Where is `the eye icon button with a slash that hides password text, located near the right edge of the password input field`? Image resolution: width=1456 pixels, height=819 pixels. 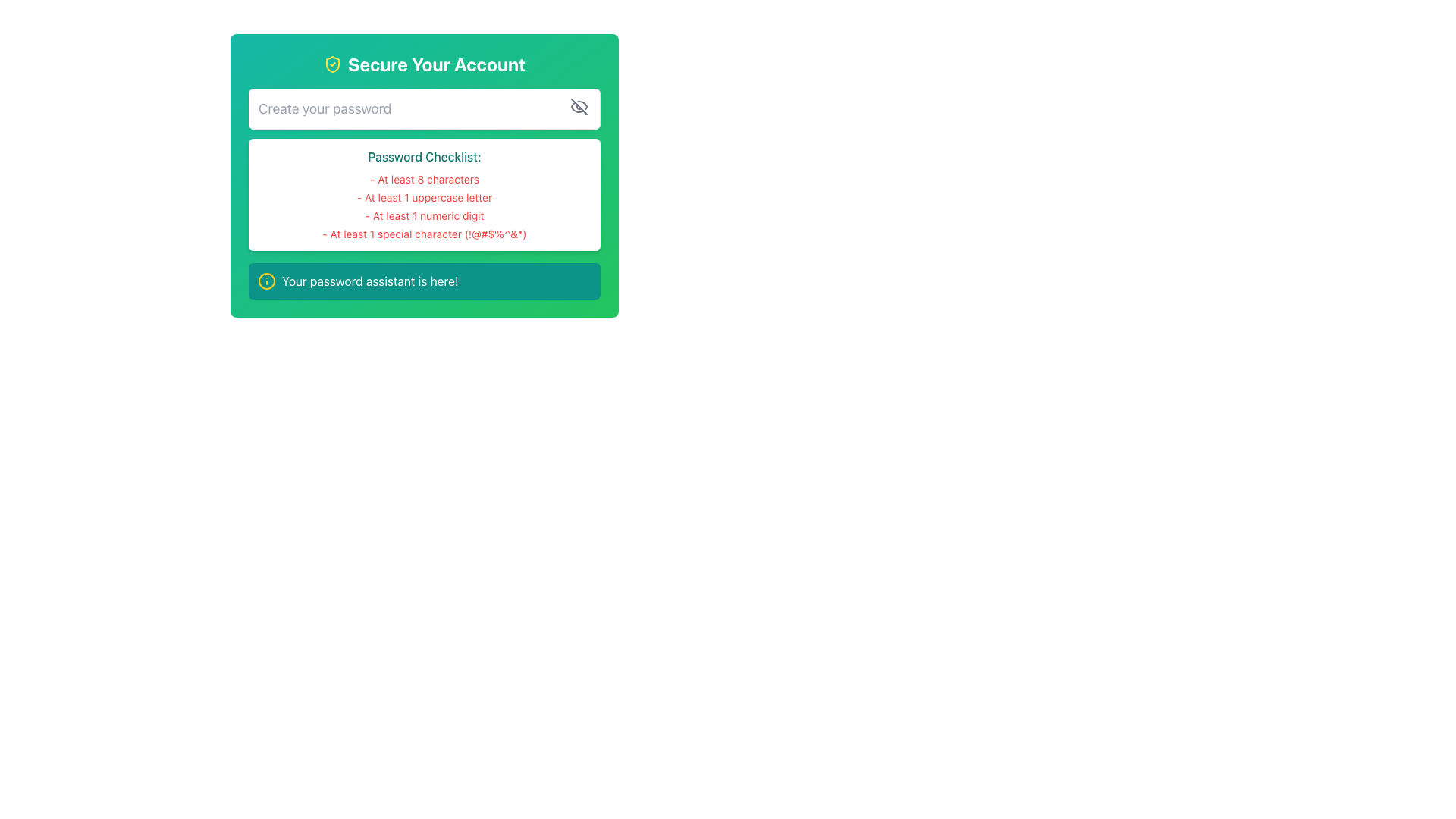
the eye icon button with a slash that hides password text, located near the right edge of the password input field is located at coordinates (578, 106).